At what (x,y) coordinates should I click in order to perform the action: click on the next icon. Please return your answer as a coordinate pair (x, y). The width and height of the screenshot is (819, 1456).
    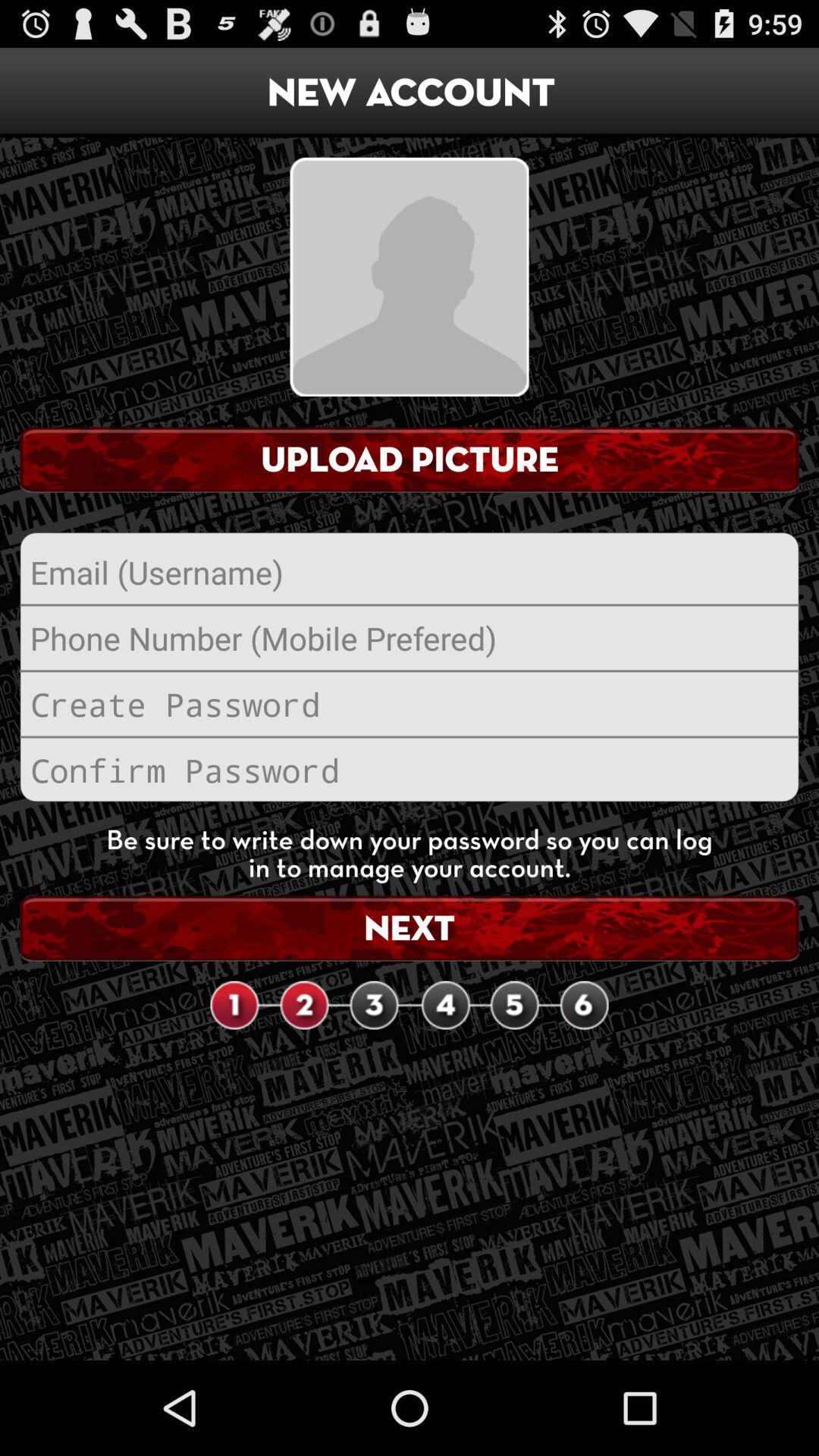
    Looking at the image, I should click on (409, 927).